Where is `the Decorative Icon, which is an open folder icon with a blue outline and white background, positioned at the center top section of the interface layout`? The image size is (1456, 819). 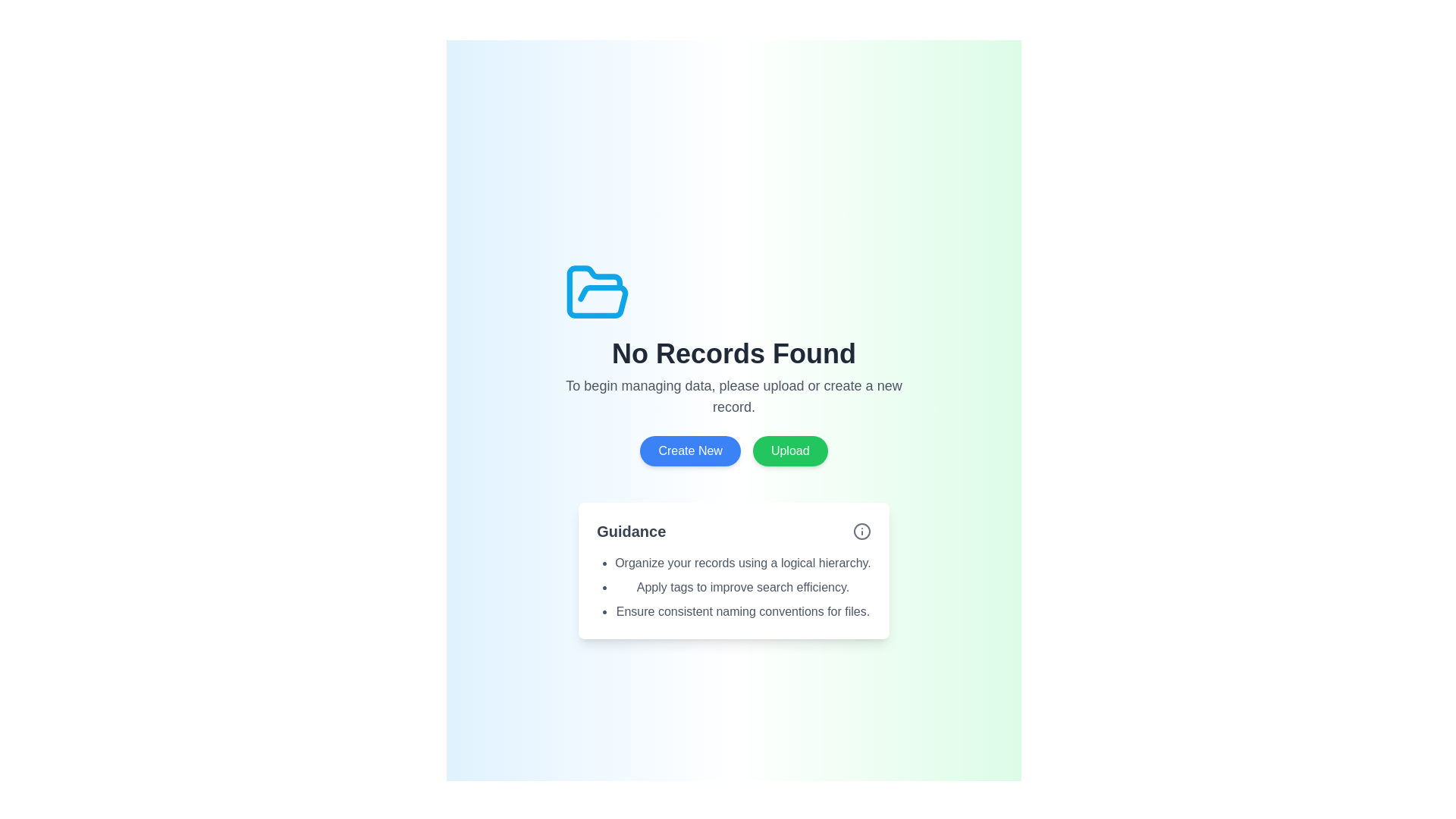 the Decorative Icon, which is an open folder icon with a blue outline and white background, positioned at the center top section of the interface layout is located at coordinates (596, 292).